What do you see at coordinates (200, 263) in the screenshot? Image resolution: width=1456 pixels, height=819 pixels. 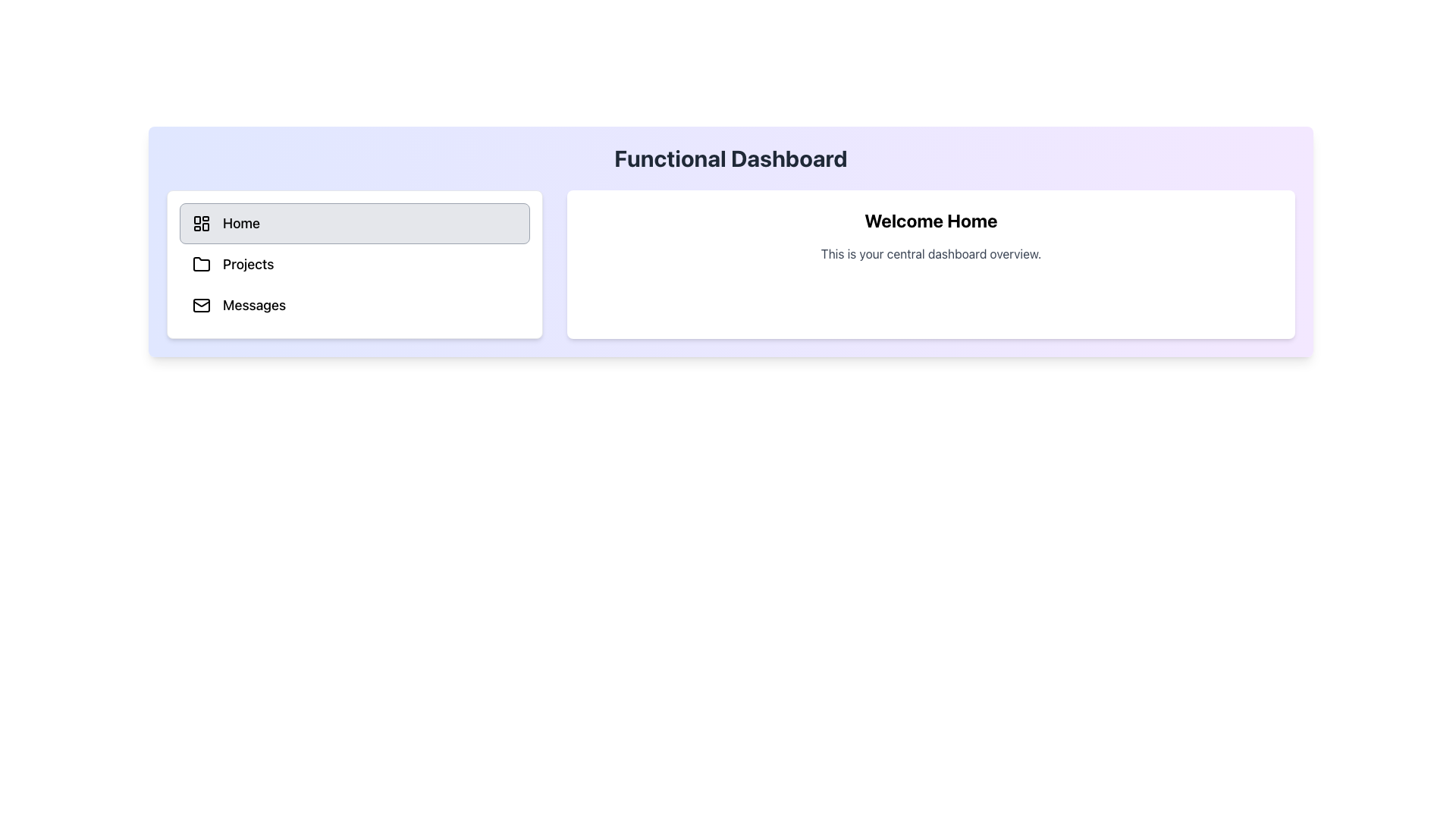 I see `the folder icon representing projects, which is located to the left of the 'Projects' label in the menu list` at bounding box center [200, 263].